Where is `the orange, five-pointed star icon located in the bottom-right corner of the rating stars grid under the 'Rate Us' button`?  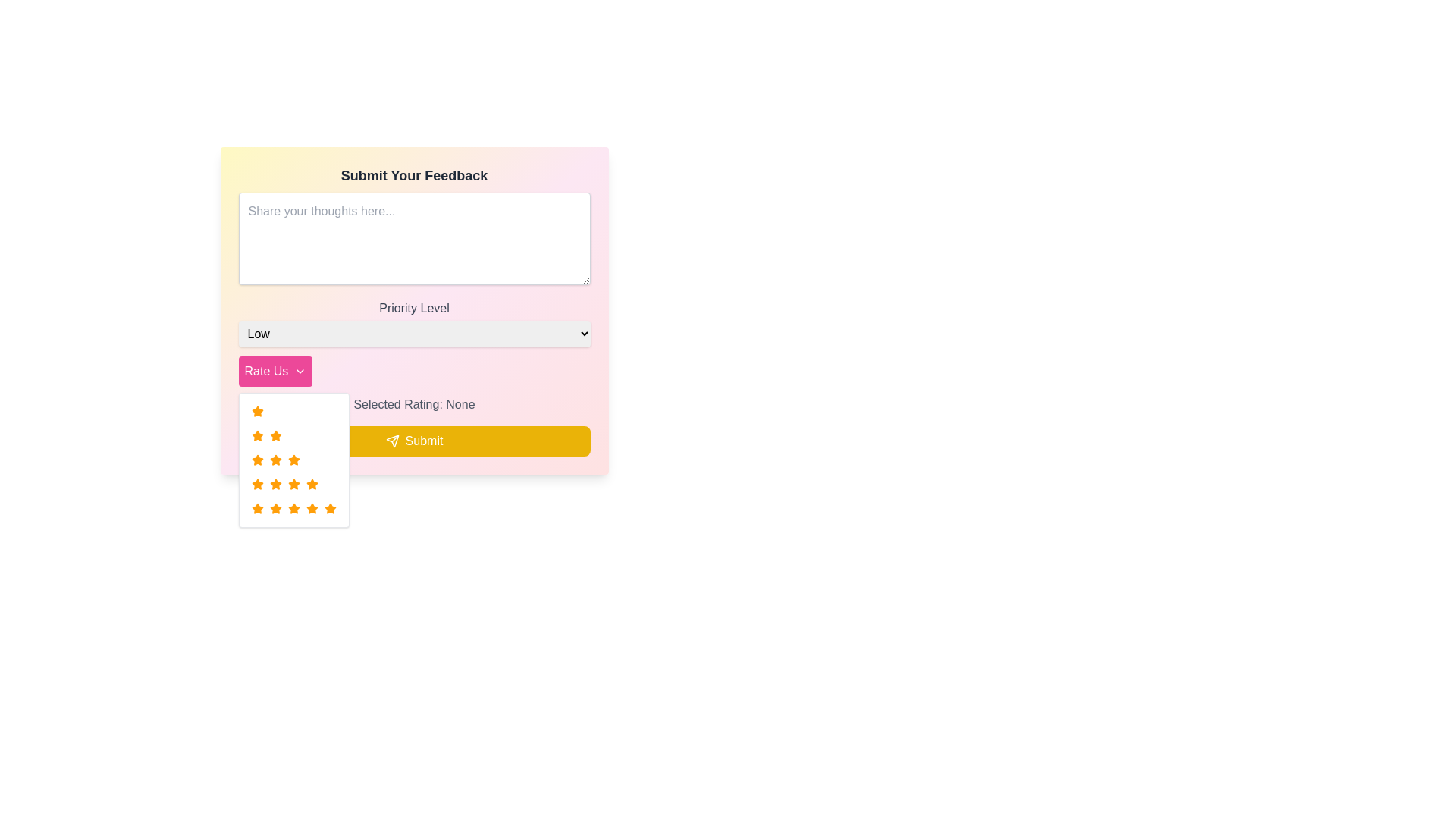
the orange, five-pointed star icon located in the bottom-right corner of the rating stars grid under the 'Rate Us' button is located at coordinates (329, 509).